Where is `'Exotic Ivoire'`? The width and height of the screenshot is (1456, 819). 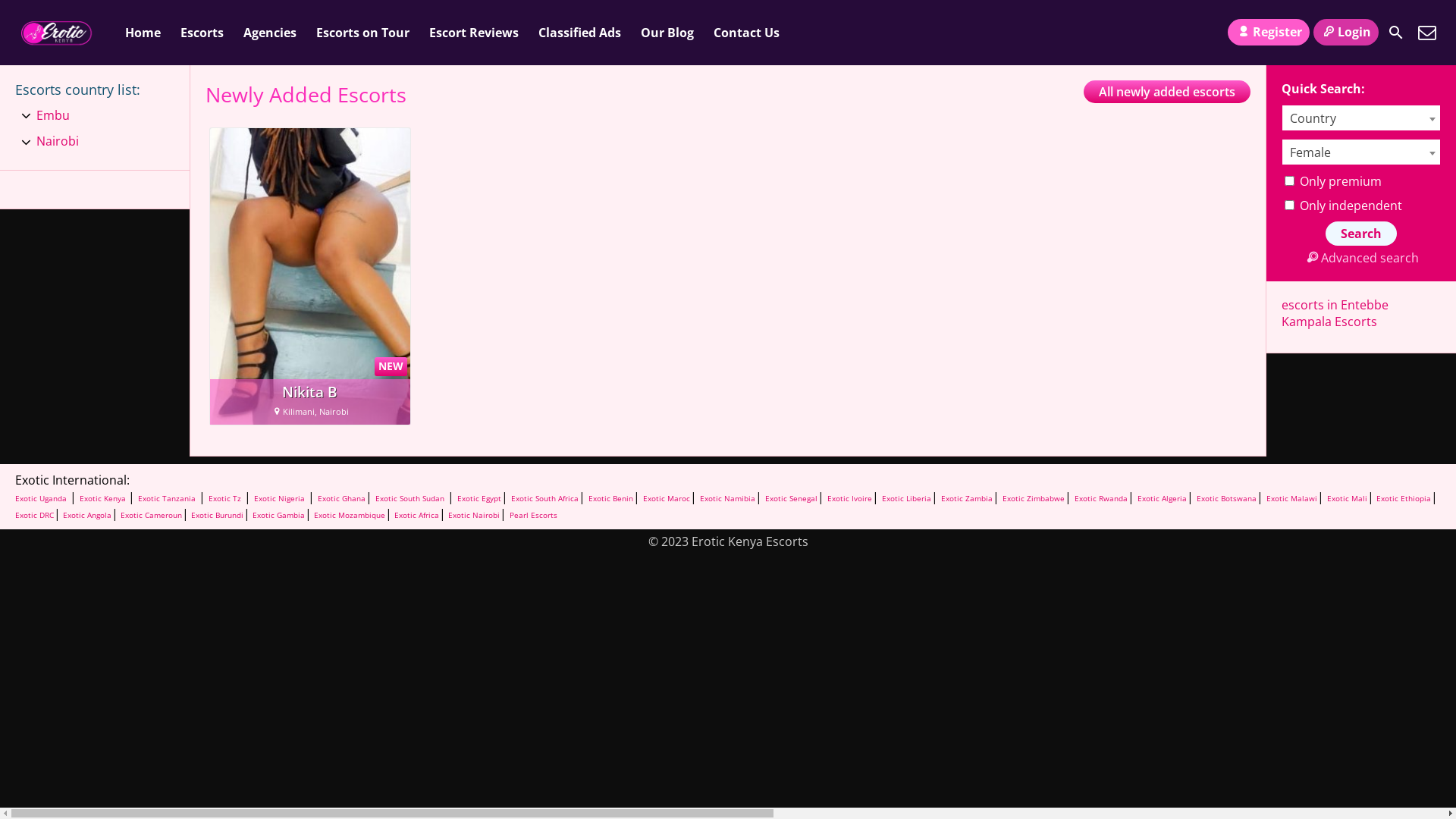 'Exotic Ivoire' is located at coordinates (849, 497).